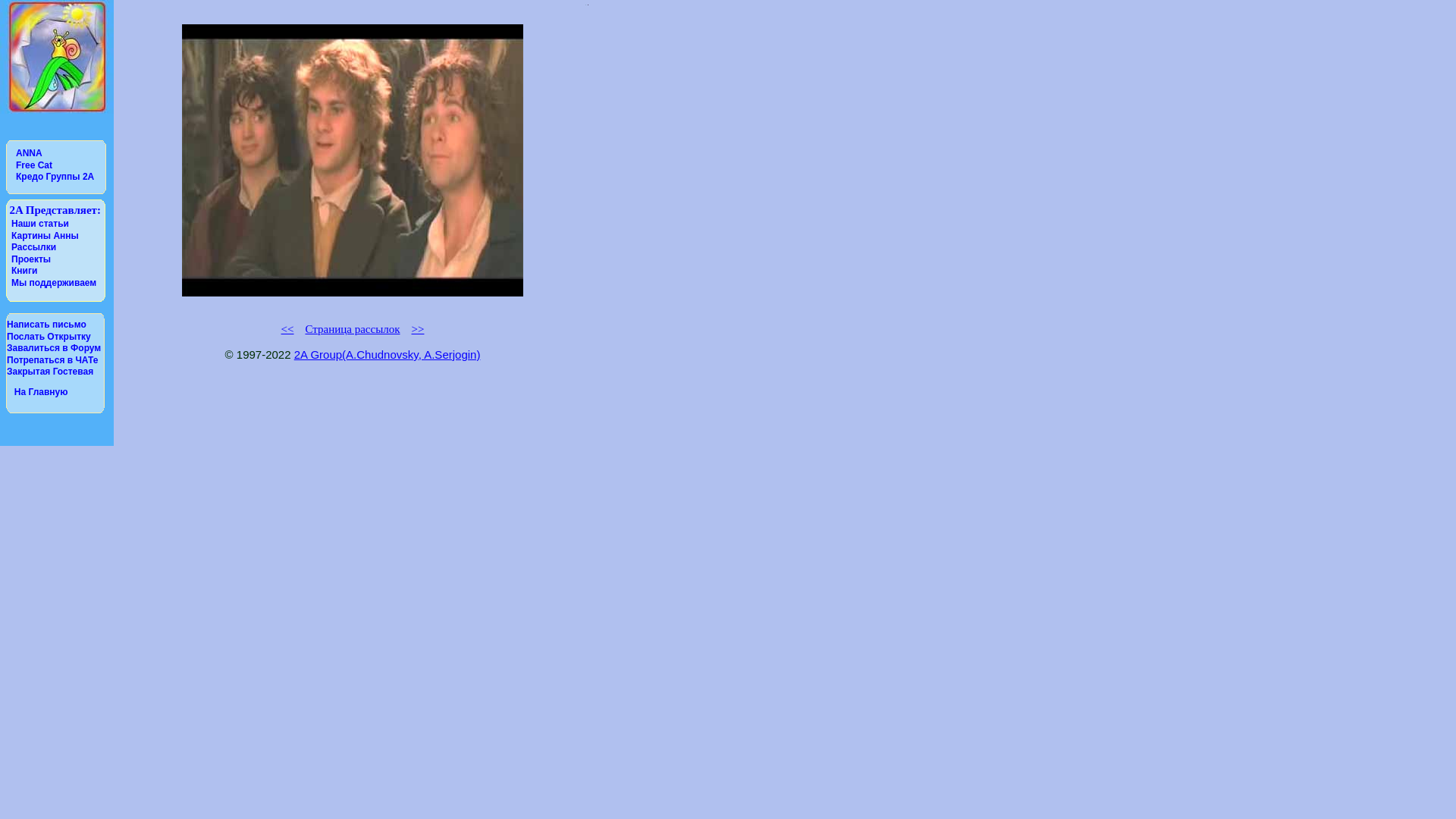 This screenshot has height=819, width=1456. What do you see at coordinates (418, 328) in the screenshot?
I see `'>>'` at bounding box center [418, 328].